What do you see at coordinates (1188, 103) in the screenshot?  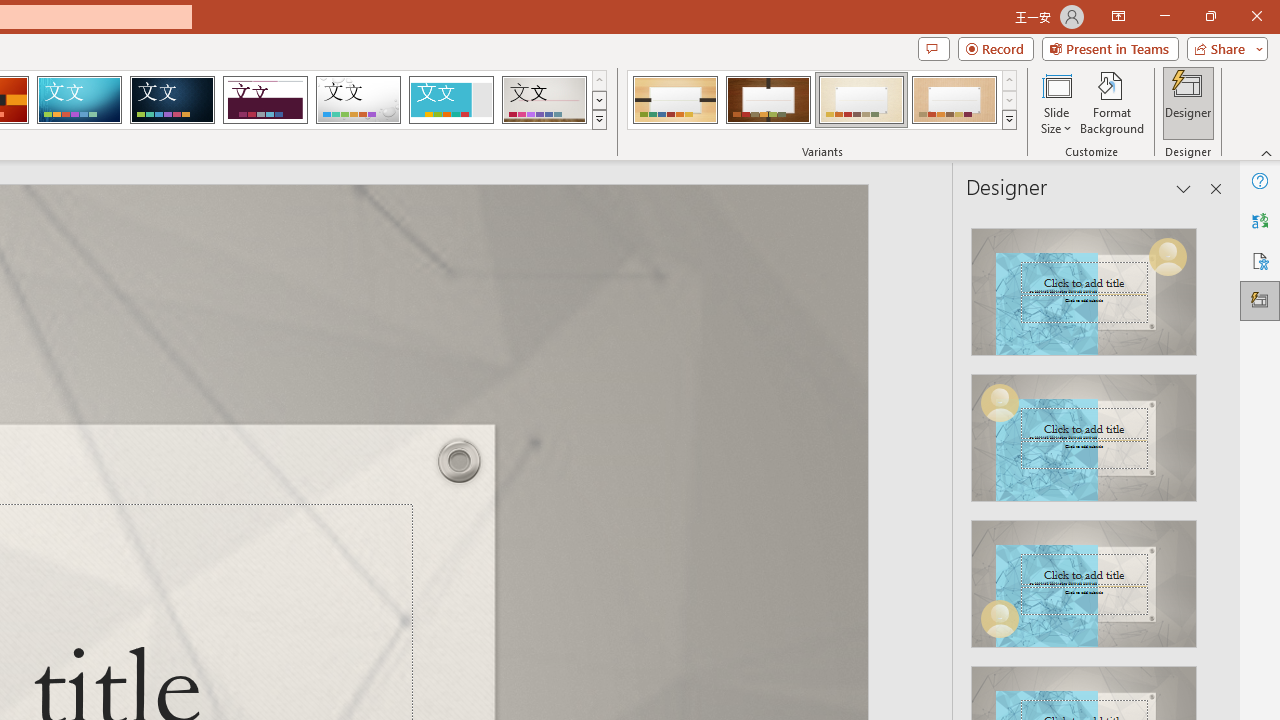 I see `'Designer'` at bounding box center [1188, 103].